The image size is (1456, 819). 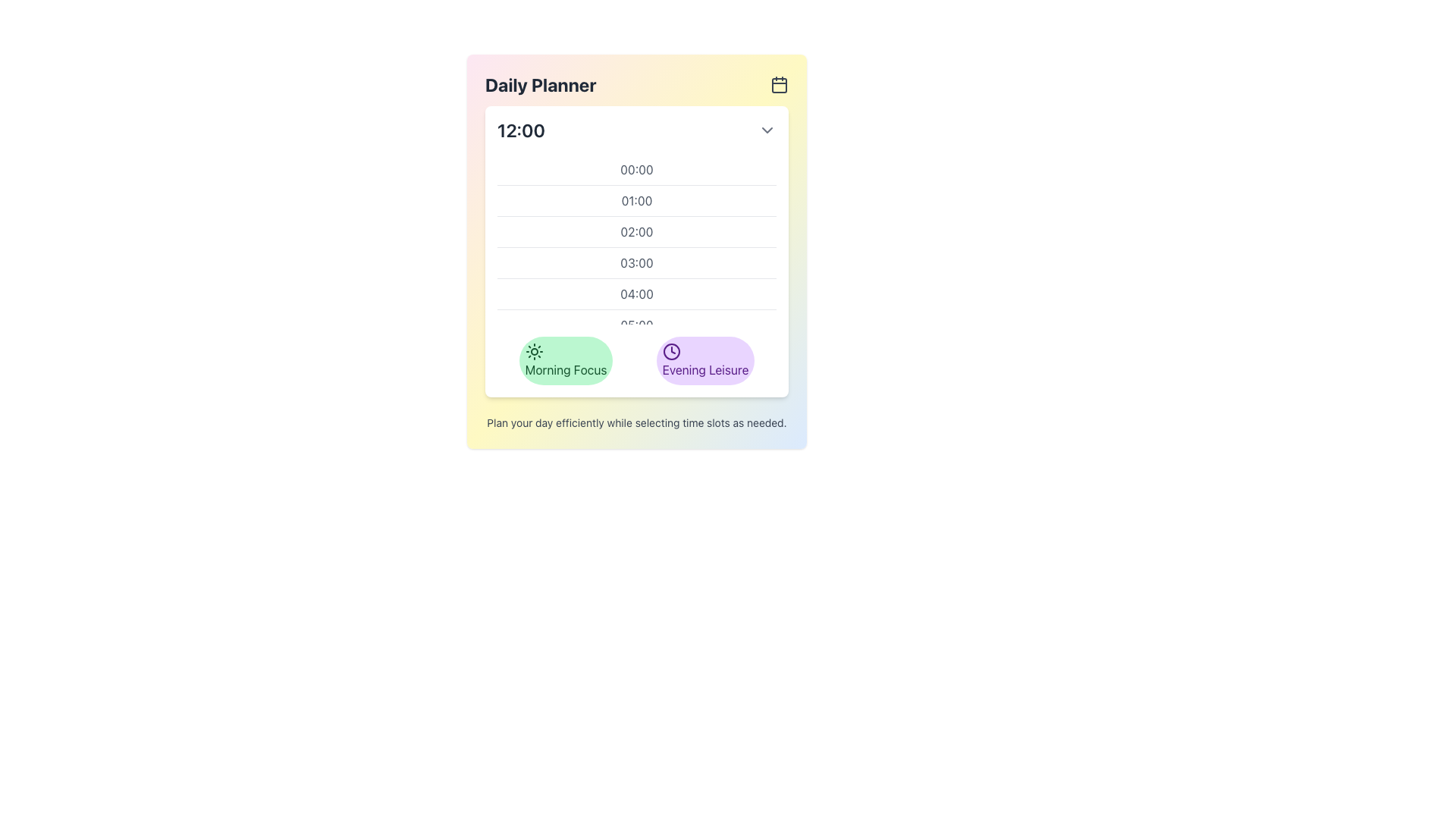 I want to click on the dropdown menu in the time management and planning interface, so click(x=637, y=250).